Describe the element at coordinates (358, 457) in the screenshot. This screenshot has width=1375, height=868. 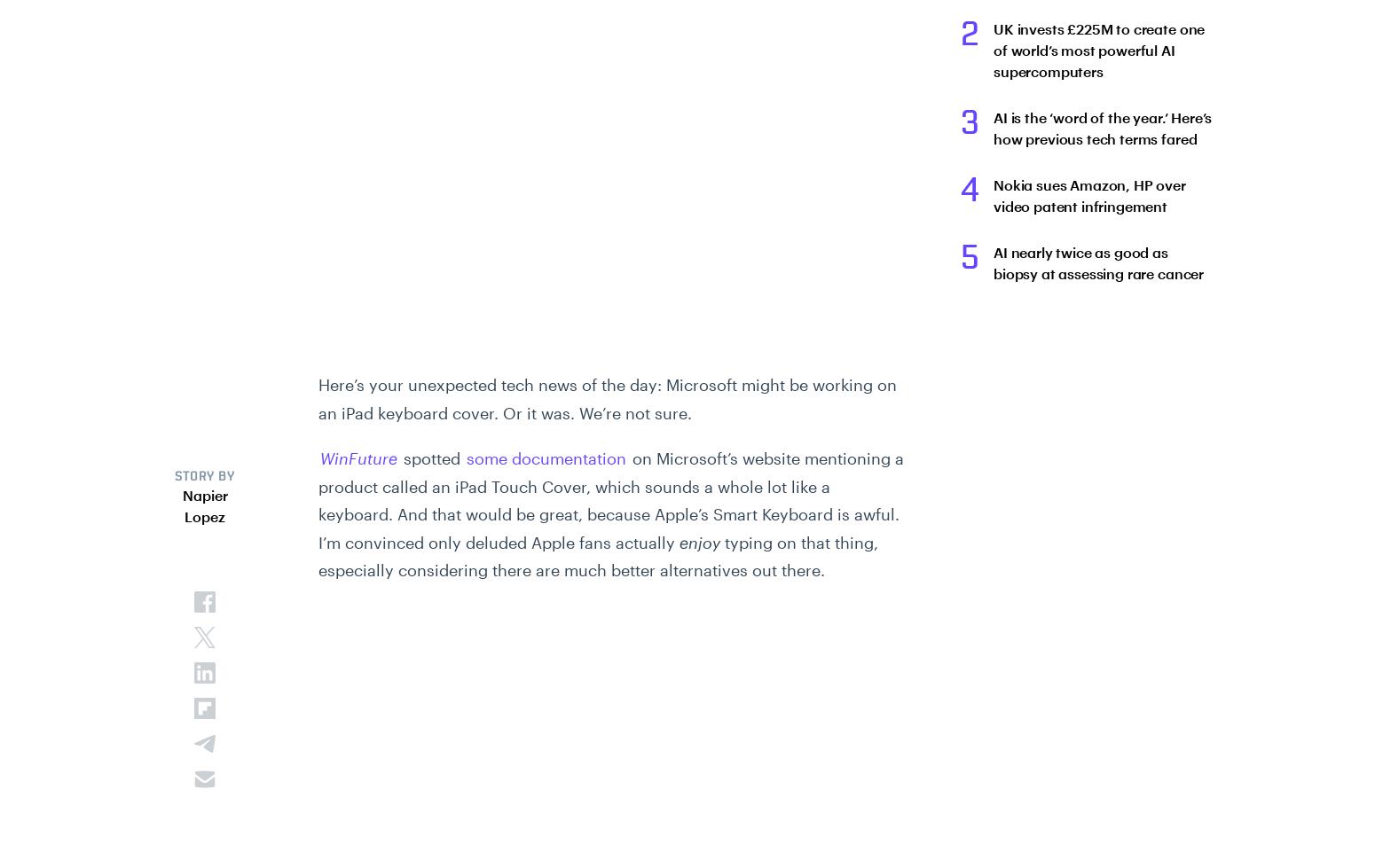
I see `'WinFuture'` at that location.